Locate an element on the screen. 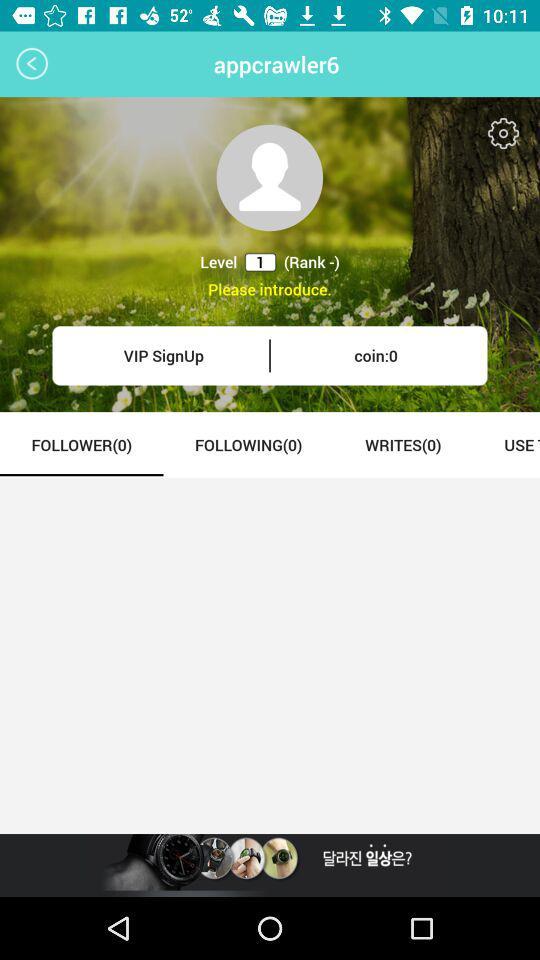  item next to the writes(0) icon is located at coordinates (505, 444).